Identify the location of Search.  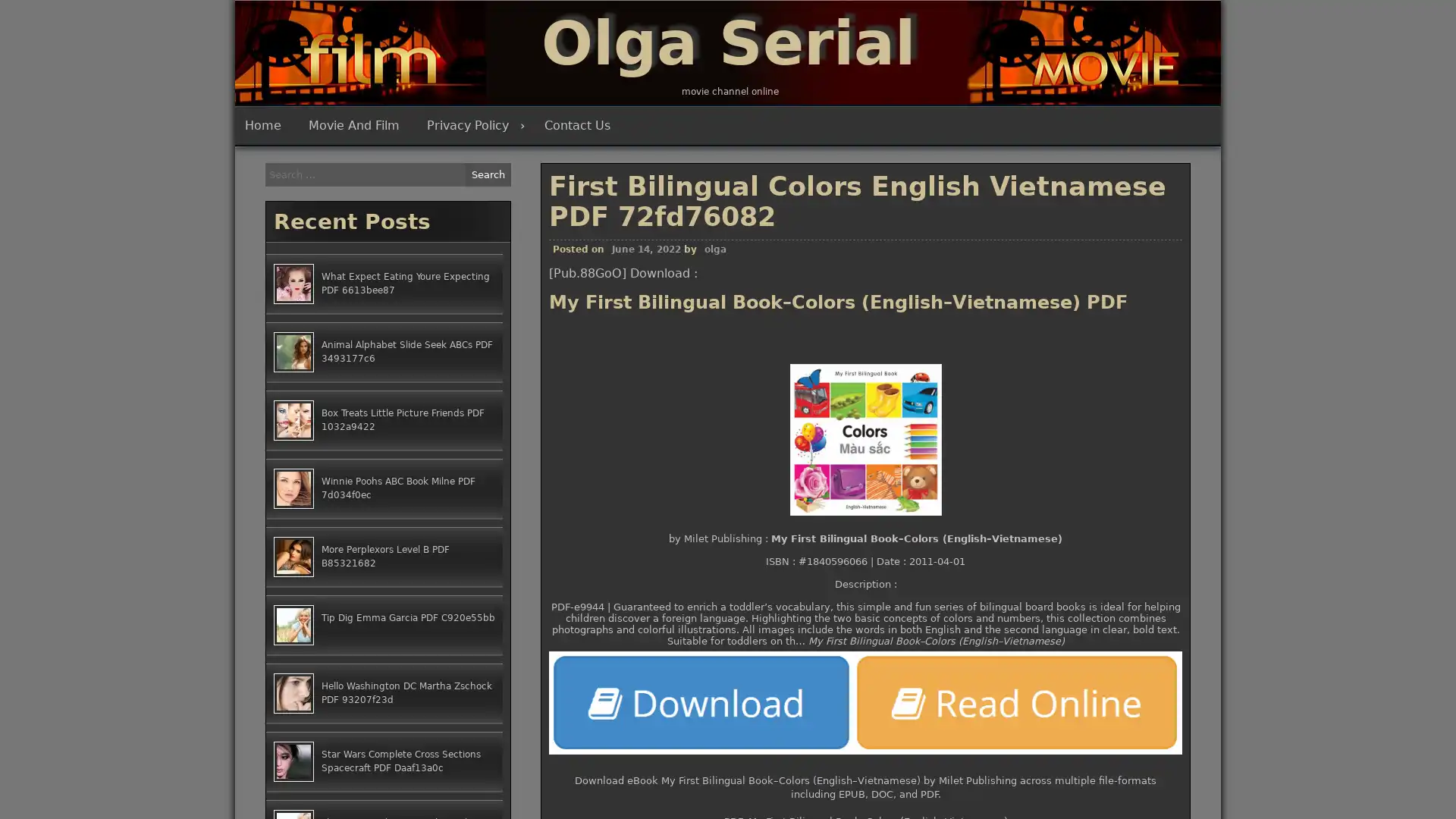
(488, 174).